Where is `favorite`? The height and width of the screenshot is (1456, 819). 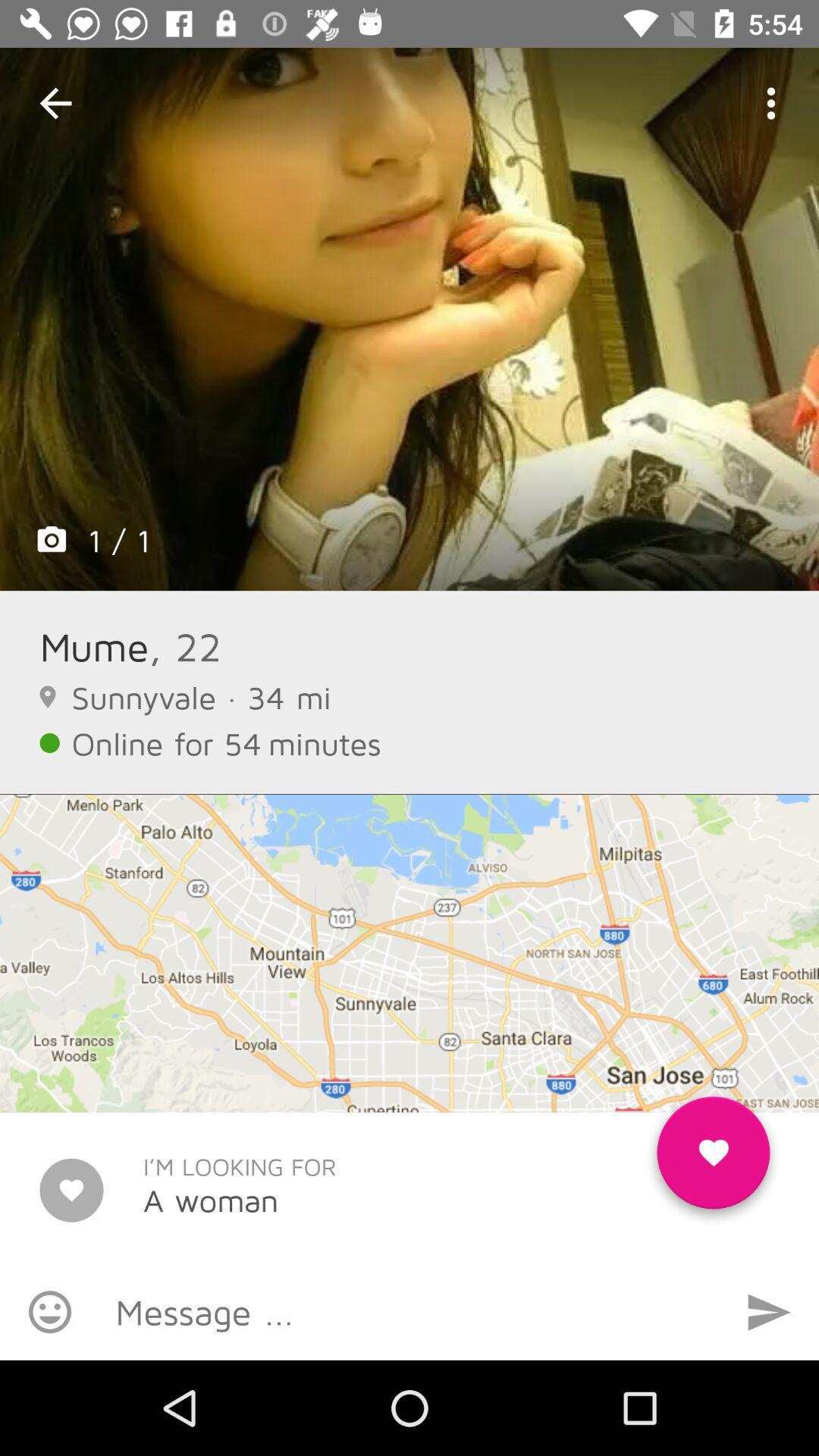 favorite is located at coordinates (713, 1158).